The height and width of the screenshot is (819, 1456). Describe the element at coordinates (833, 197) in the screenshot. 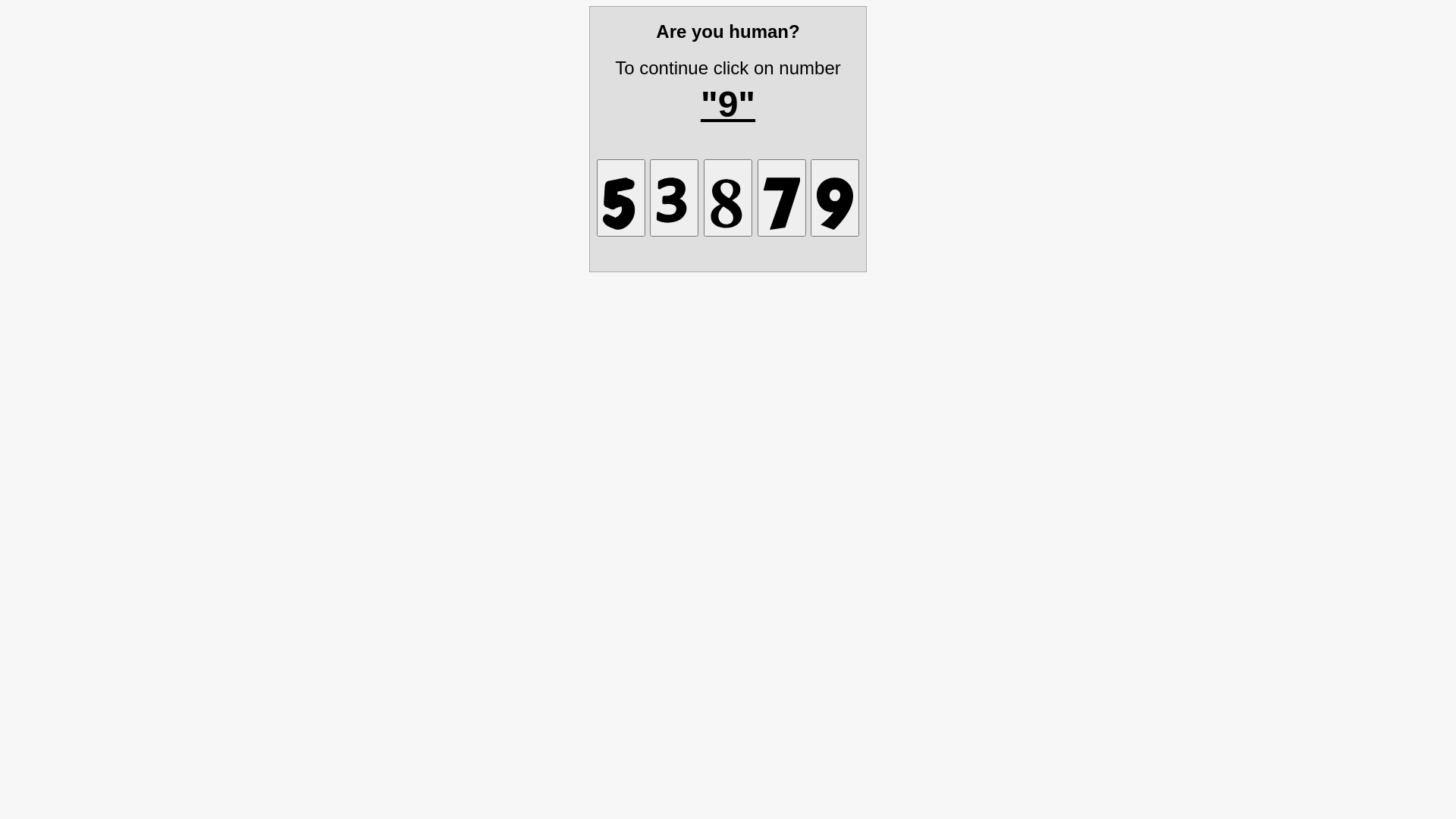

I see `'1732439013527091'` at that location.